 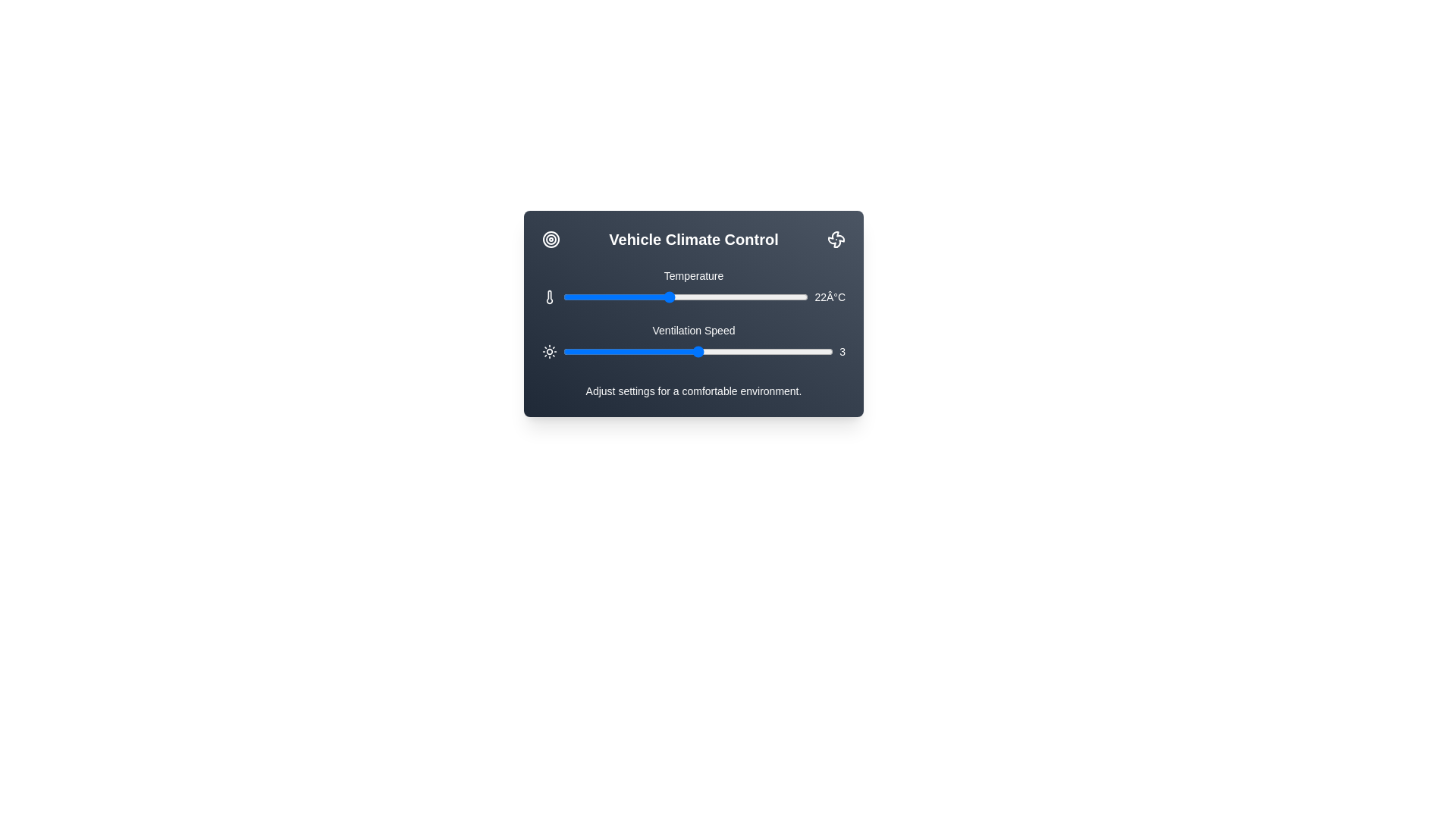 I want to click on the temperature slider to 23 degrees Celsius, so click(x=685, y=297).